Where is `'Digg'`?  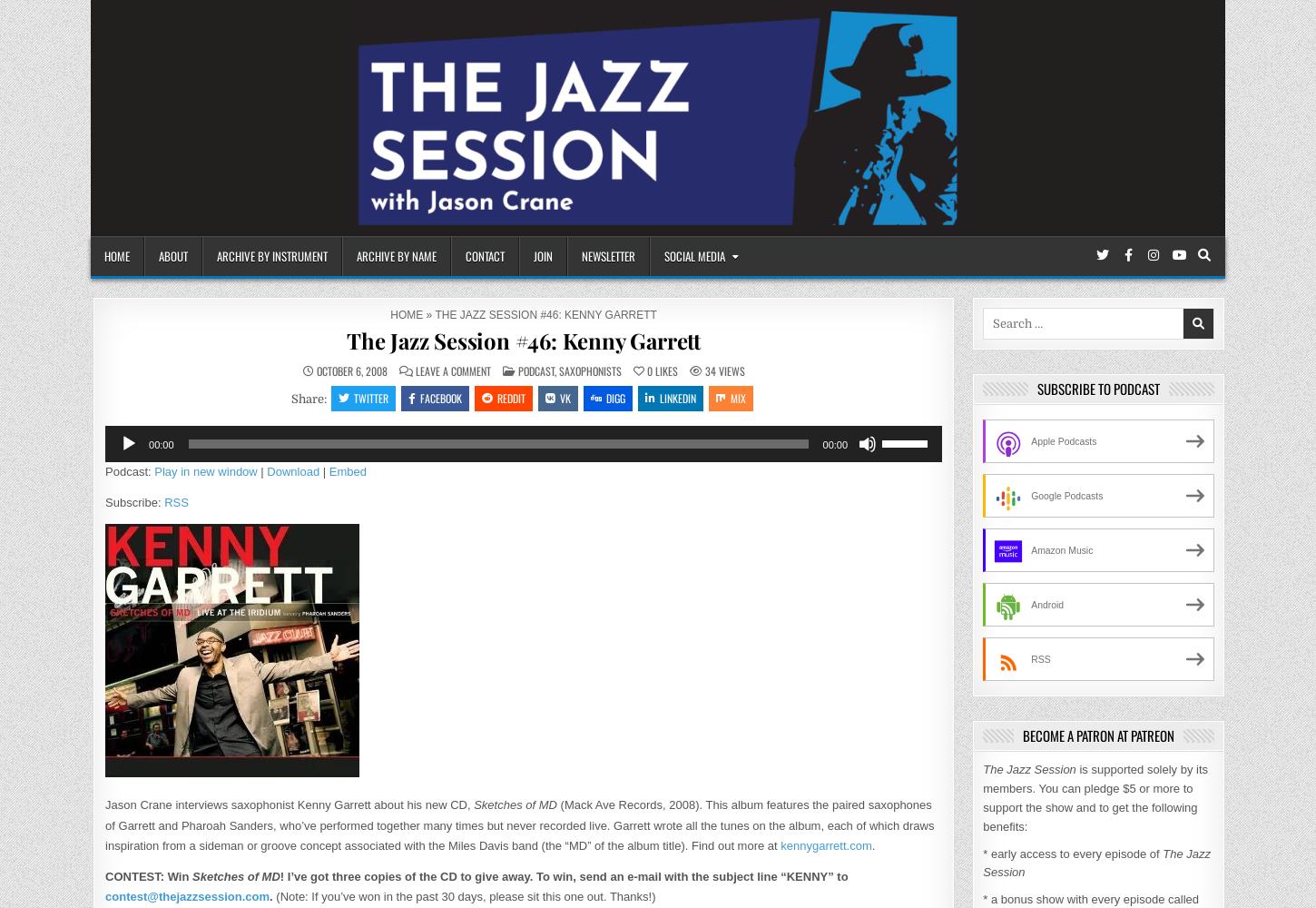
'Digg' is located at coordinates (614, 398).